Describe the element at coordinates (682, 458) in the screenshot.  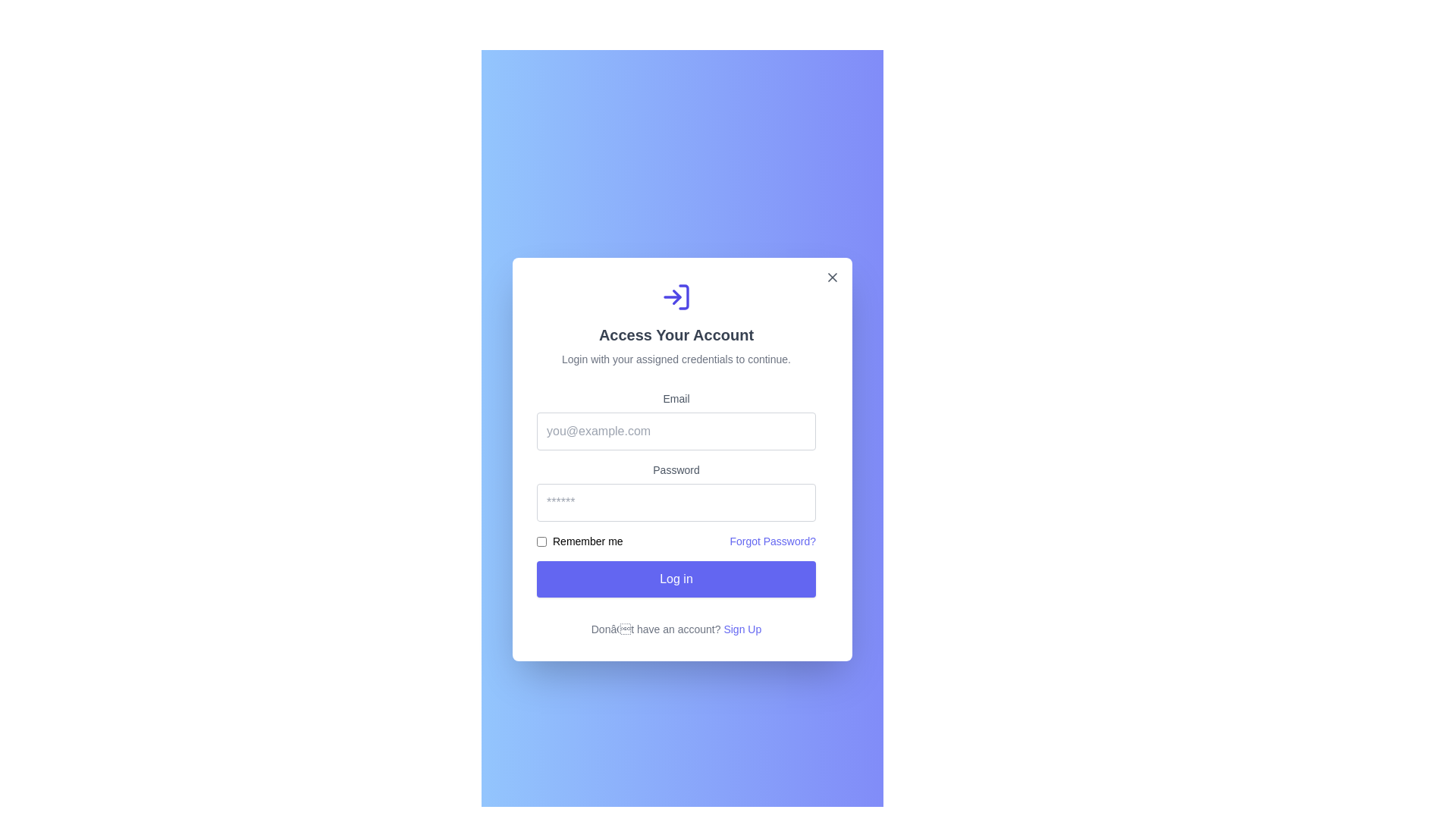
I see `the 'Password' text label, which is a gray text component on a white background, located above the password input field` at that location.